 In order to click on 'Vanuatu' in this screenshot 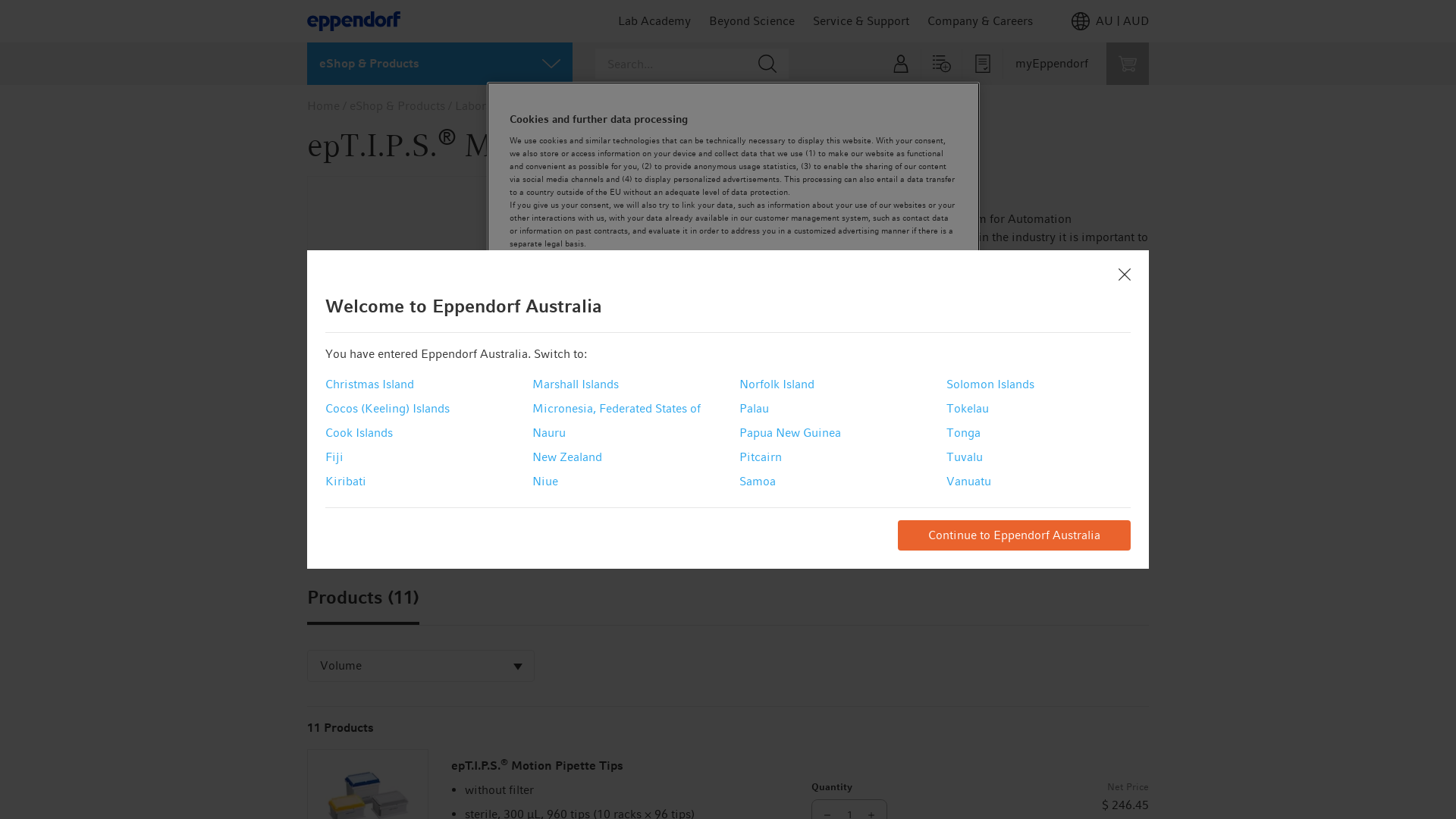, I will do `click(968, 482)`.